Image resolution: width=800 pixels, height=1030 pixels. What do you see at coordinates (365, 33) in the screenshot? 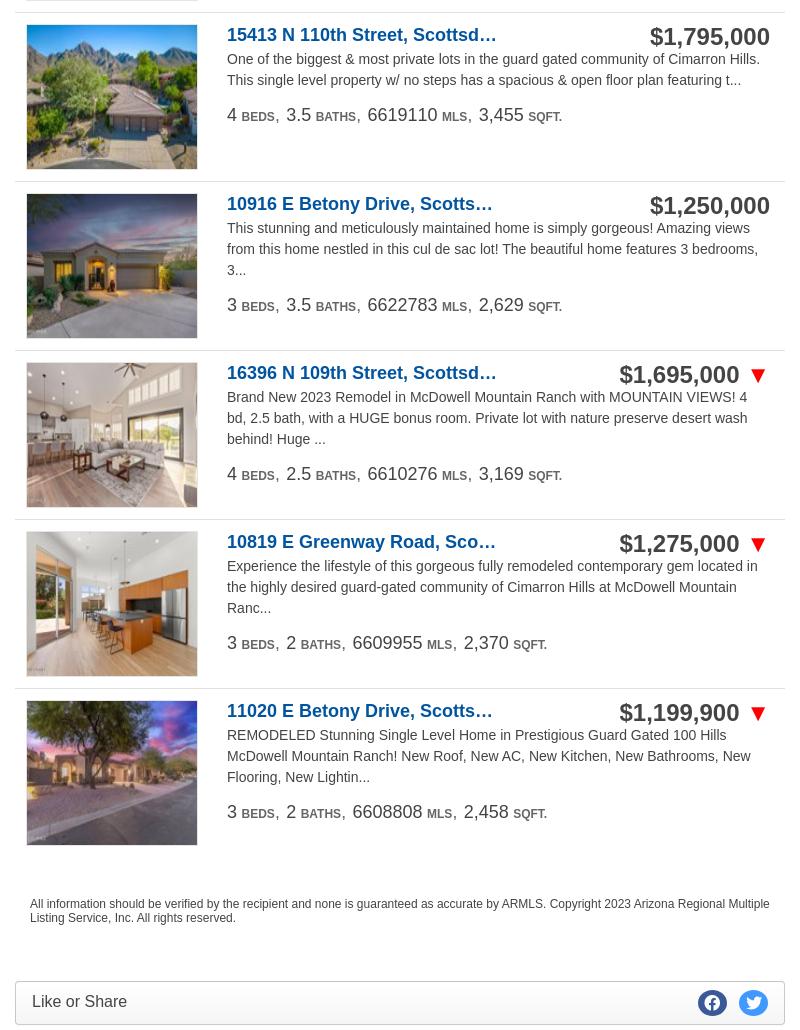
I see `'15413 N 110th Street, Scottsdale'` at bounding box center [365, 33].